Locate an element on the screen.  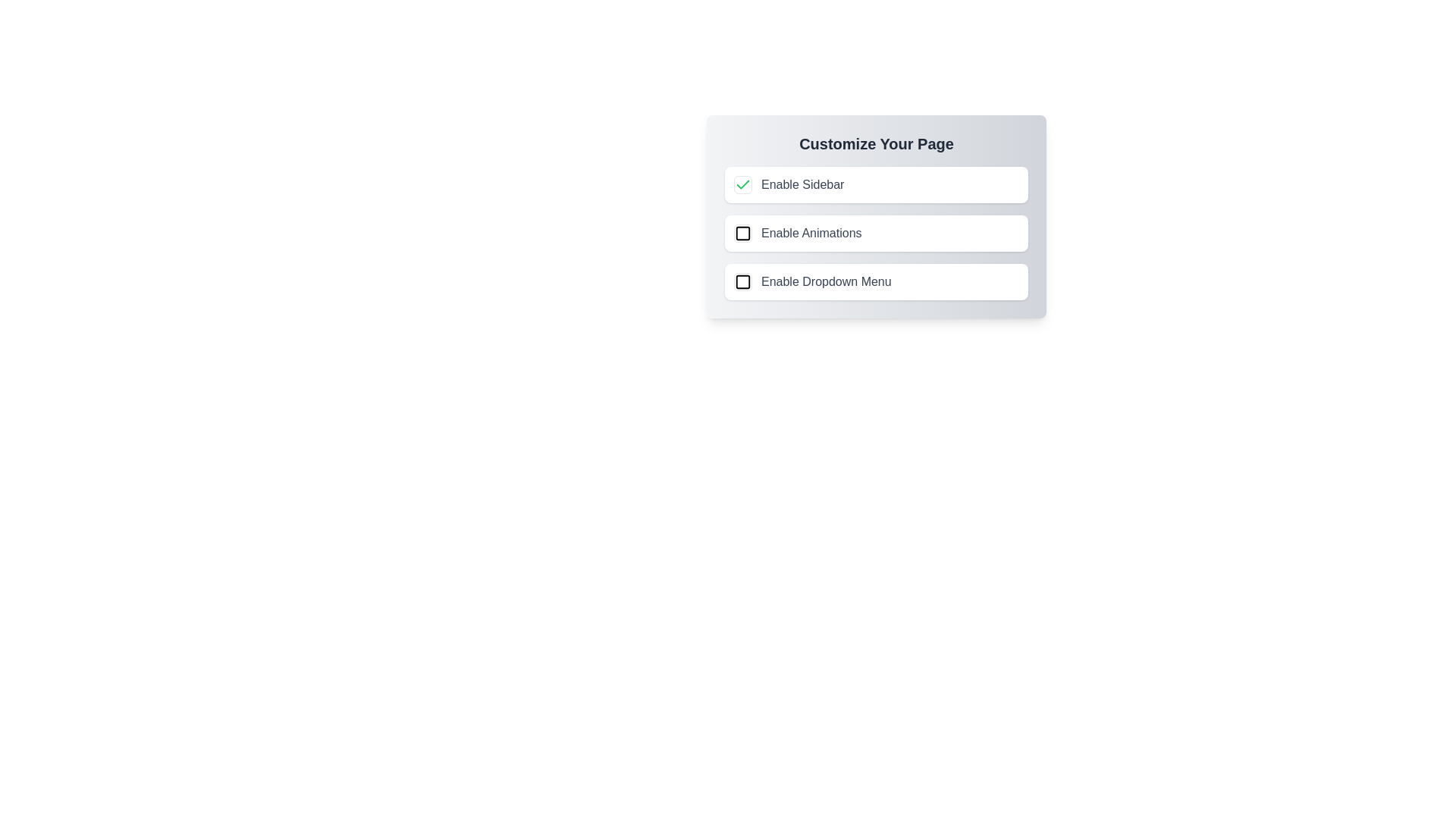
the checkbox-like toggle button is located at coordinates (742, 234).